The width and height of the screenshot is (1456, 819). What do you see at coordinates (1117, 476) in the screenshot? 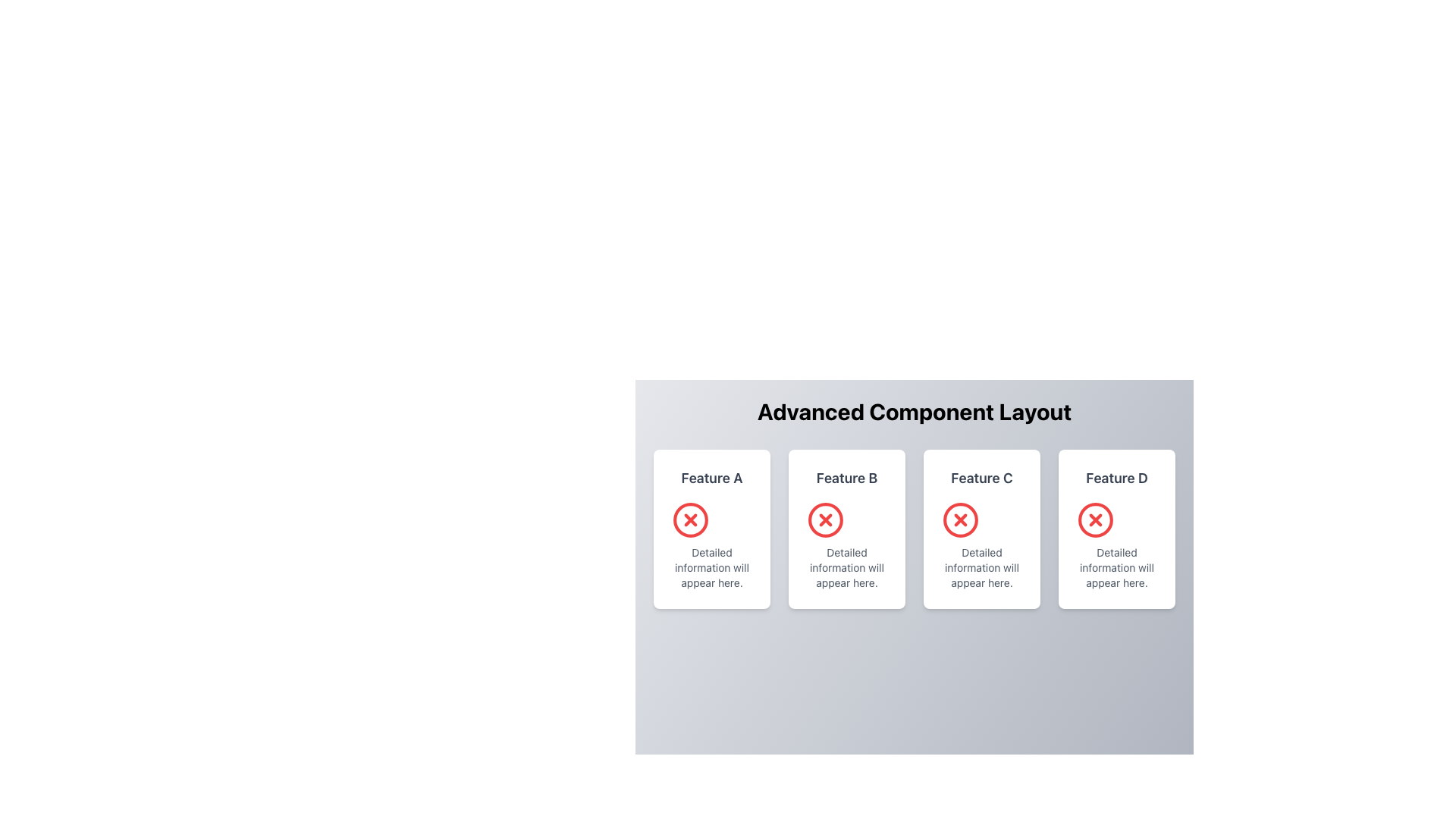
I see `text content of the Text Label displaying 'Feature D', located at the top-center of the fourth card from the left` at bounding box center [1117, 476].